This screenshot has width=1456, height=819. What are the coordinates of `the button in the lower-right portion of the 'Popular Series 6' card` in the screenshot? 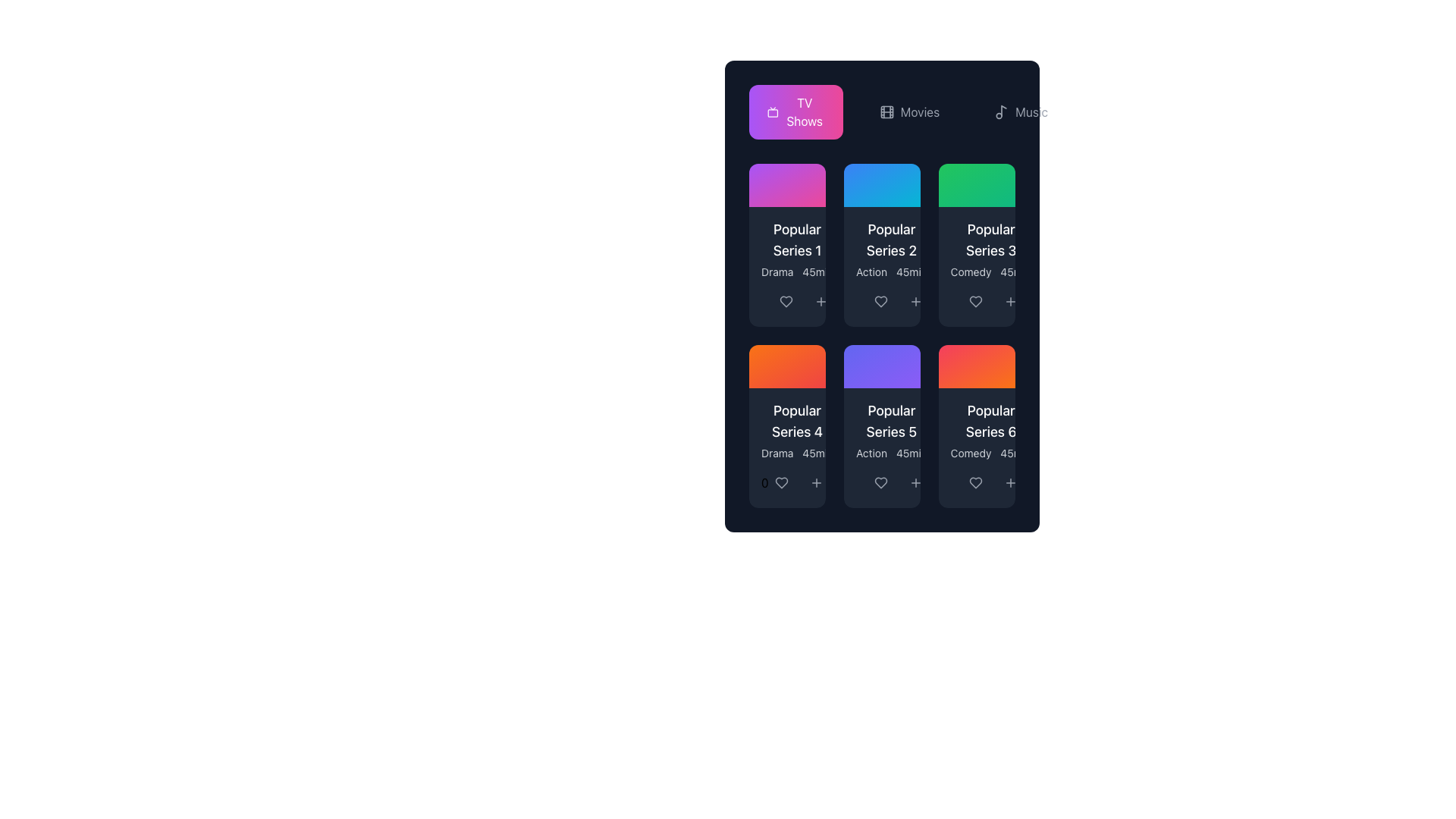 It's located at (1011, 482).